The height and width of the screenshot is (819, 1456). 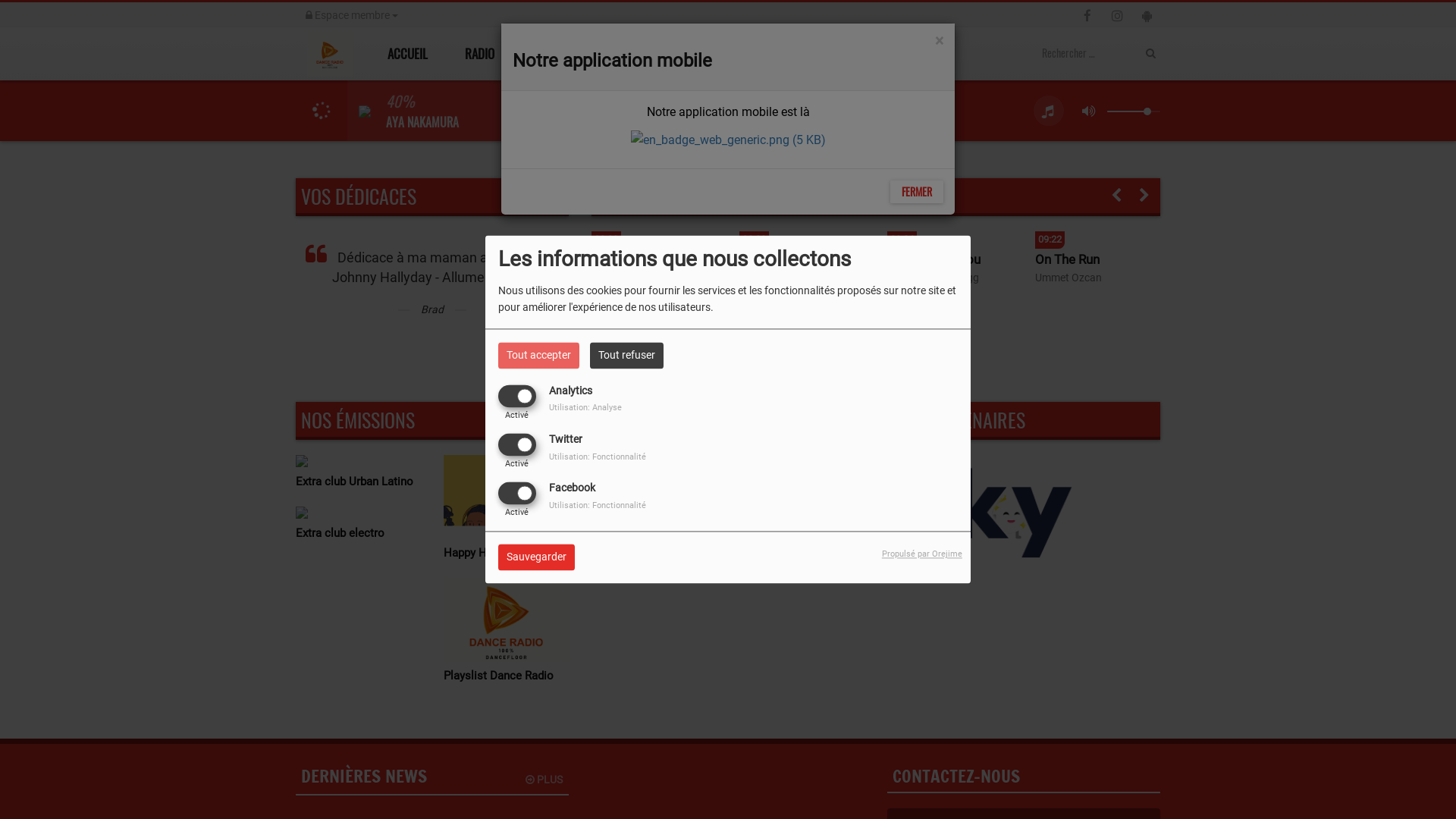 I want to click on 'PLUS', so click(x=525, y=780).